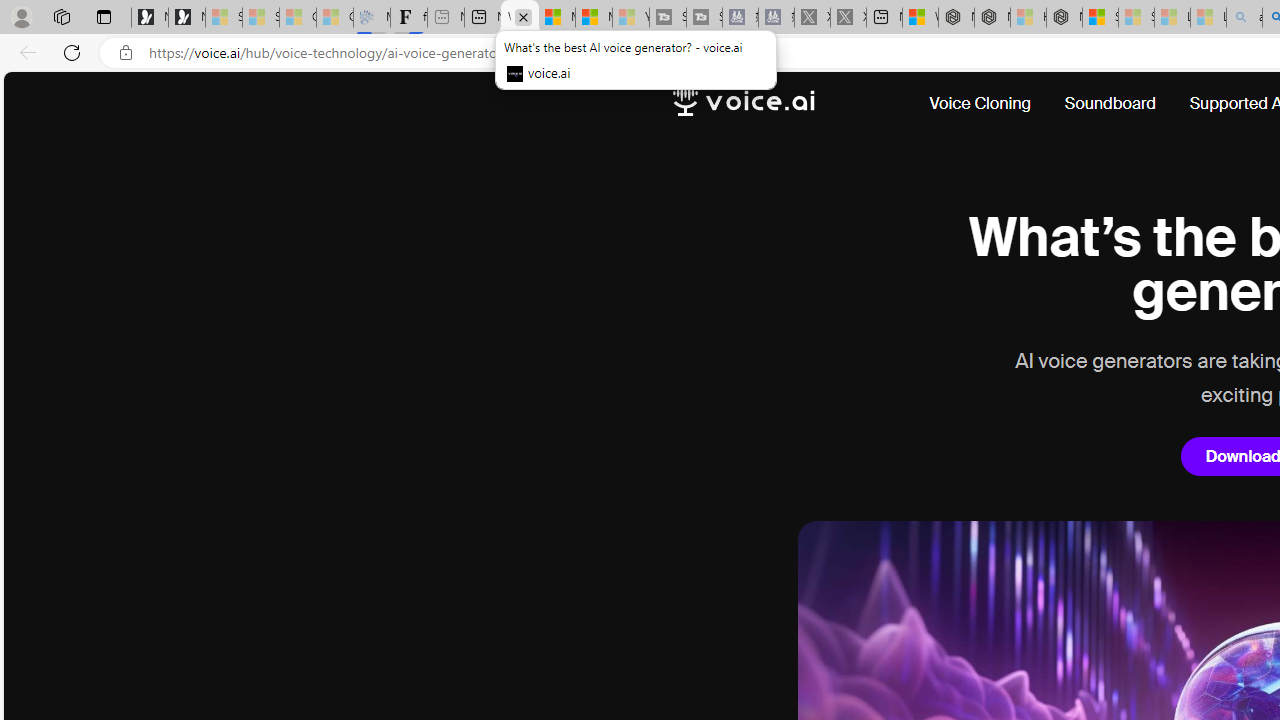 The width and height of the screenshot is (1280, 720). Describe the element at coordinates (186, 17) in the screenshot. I see `'Newsletter Sign Up'` at that location.